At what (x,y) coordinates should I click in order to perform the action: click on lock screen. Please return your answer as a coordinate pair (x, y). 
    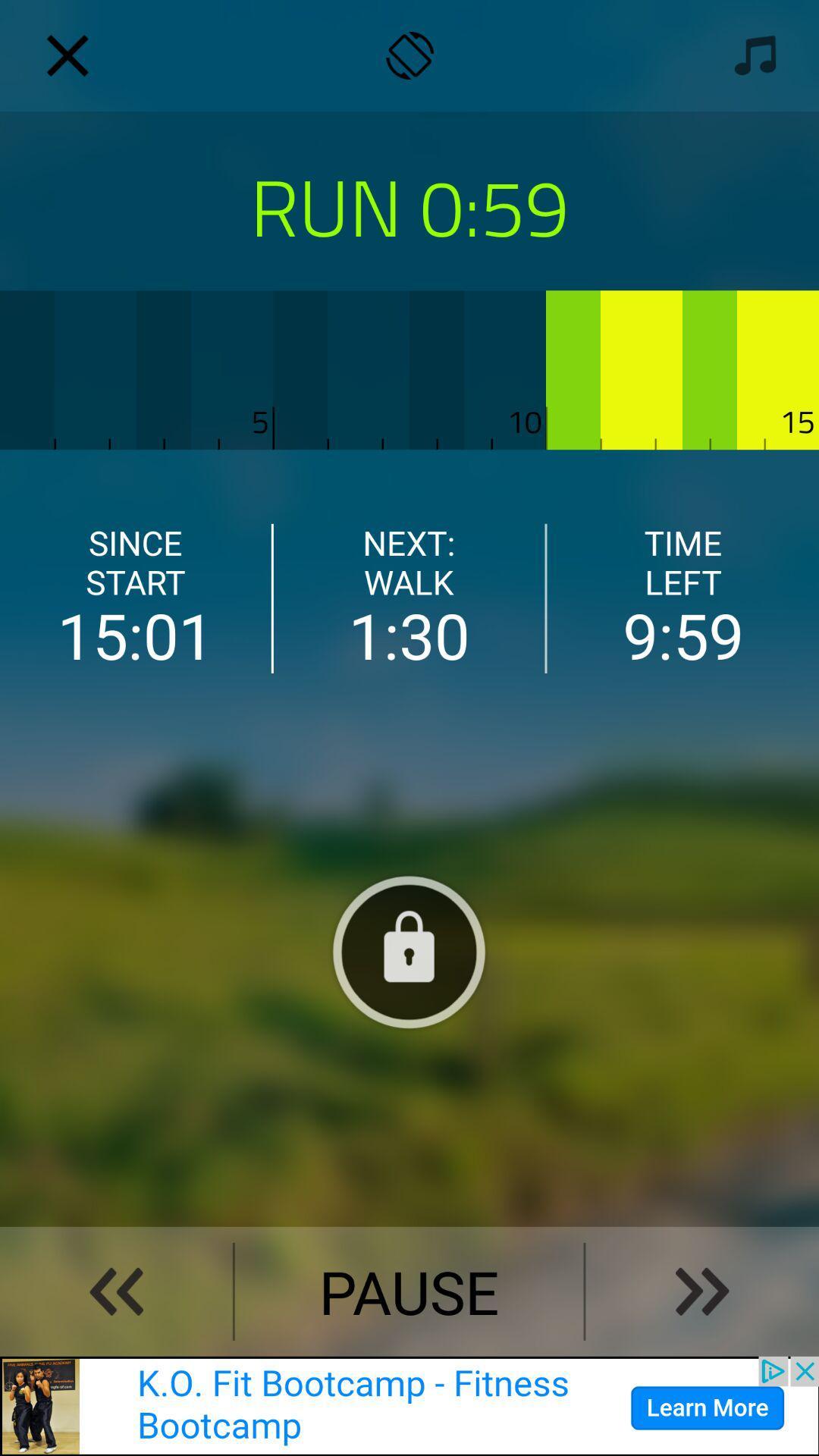
    Looking at the image, I should click on (408, 951).